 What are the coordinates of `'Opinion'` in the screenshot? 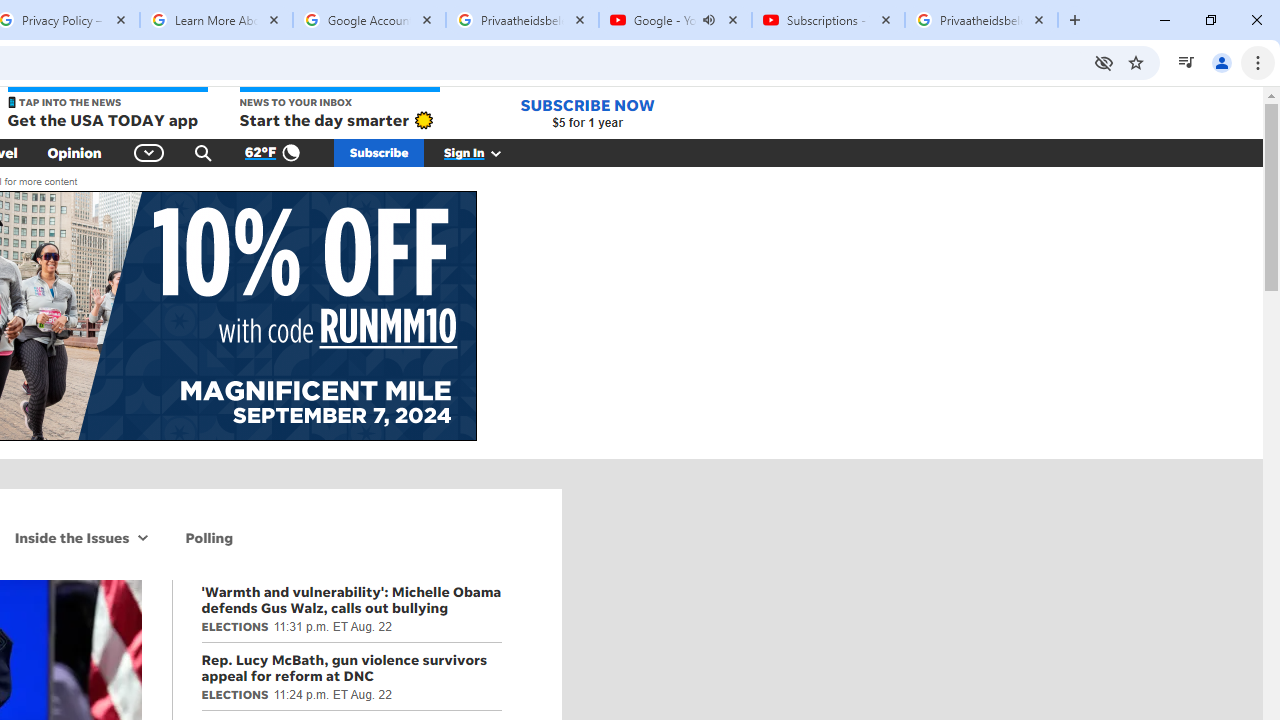 It's located at (74, 152).